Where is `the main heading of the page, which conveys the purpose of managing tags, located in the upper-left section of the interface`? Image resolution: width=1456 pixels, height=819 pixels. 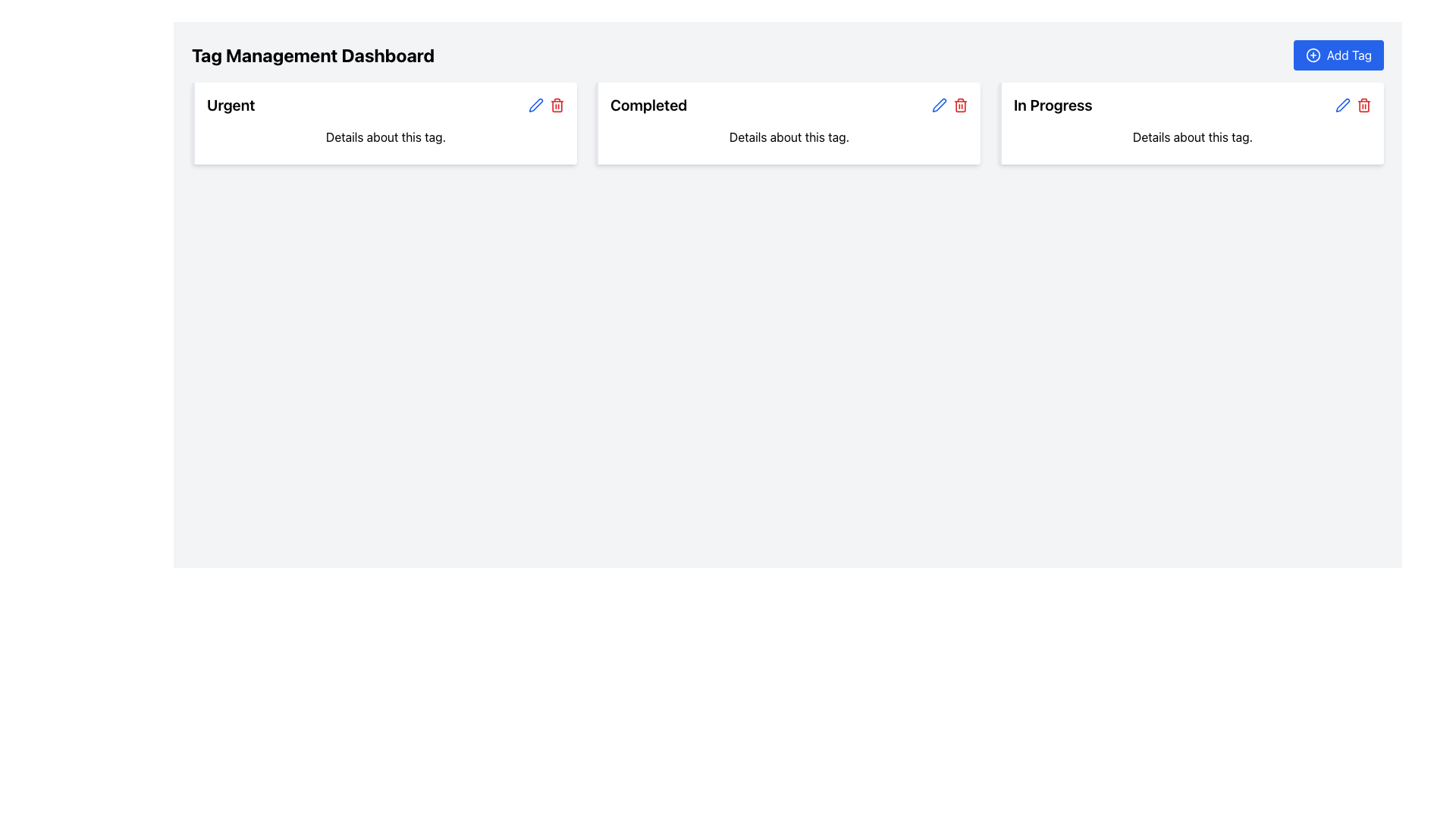
the main heading of the page, which conveys the purpose of managing tags, located in the upper-left section of the interface is located at coordinates (312, 55).